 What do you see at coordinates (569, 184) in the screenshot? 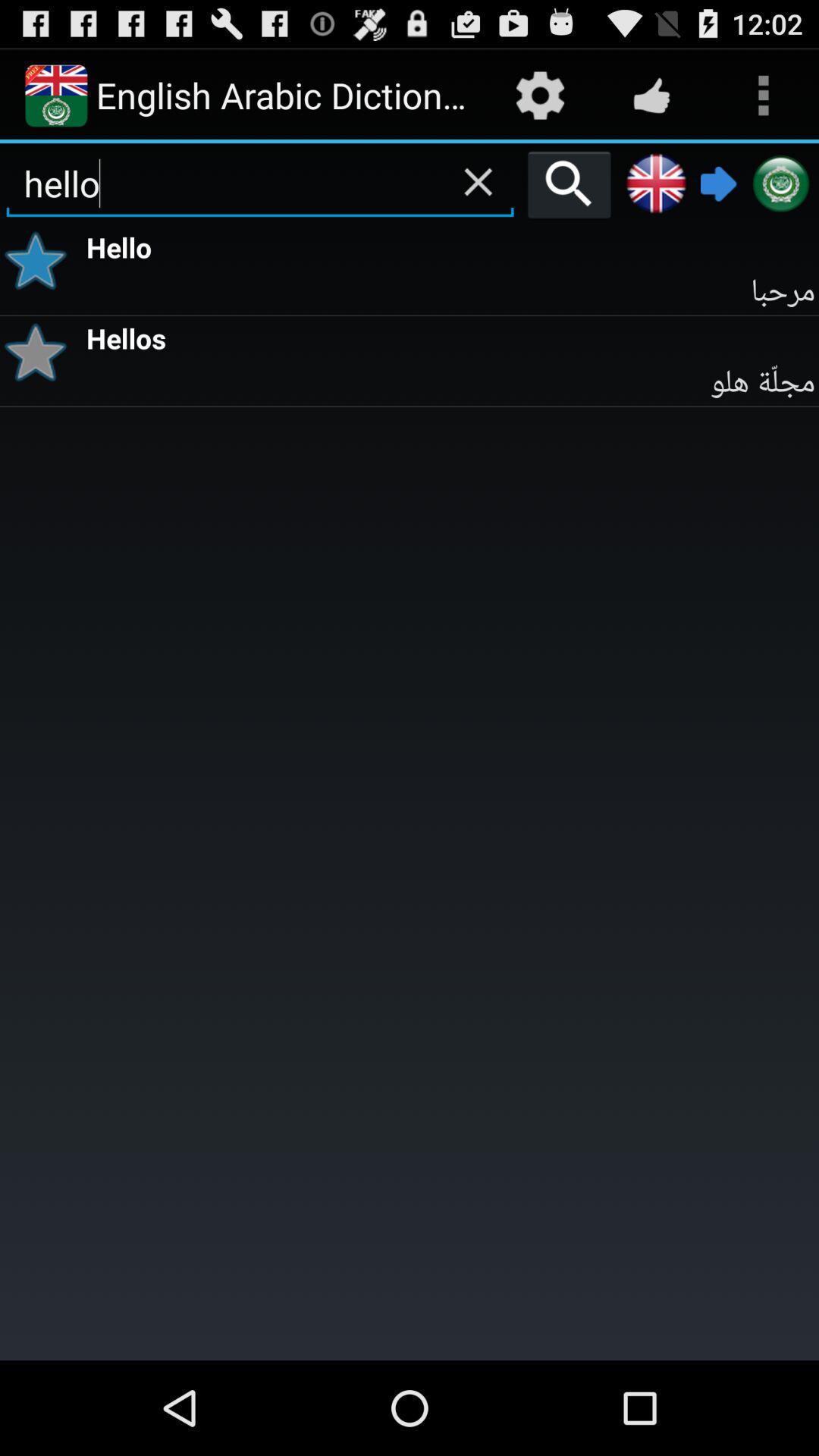
I see `search` at bounding box center [569, 184].